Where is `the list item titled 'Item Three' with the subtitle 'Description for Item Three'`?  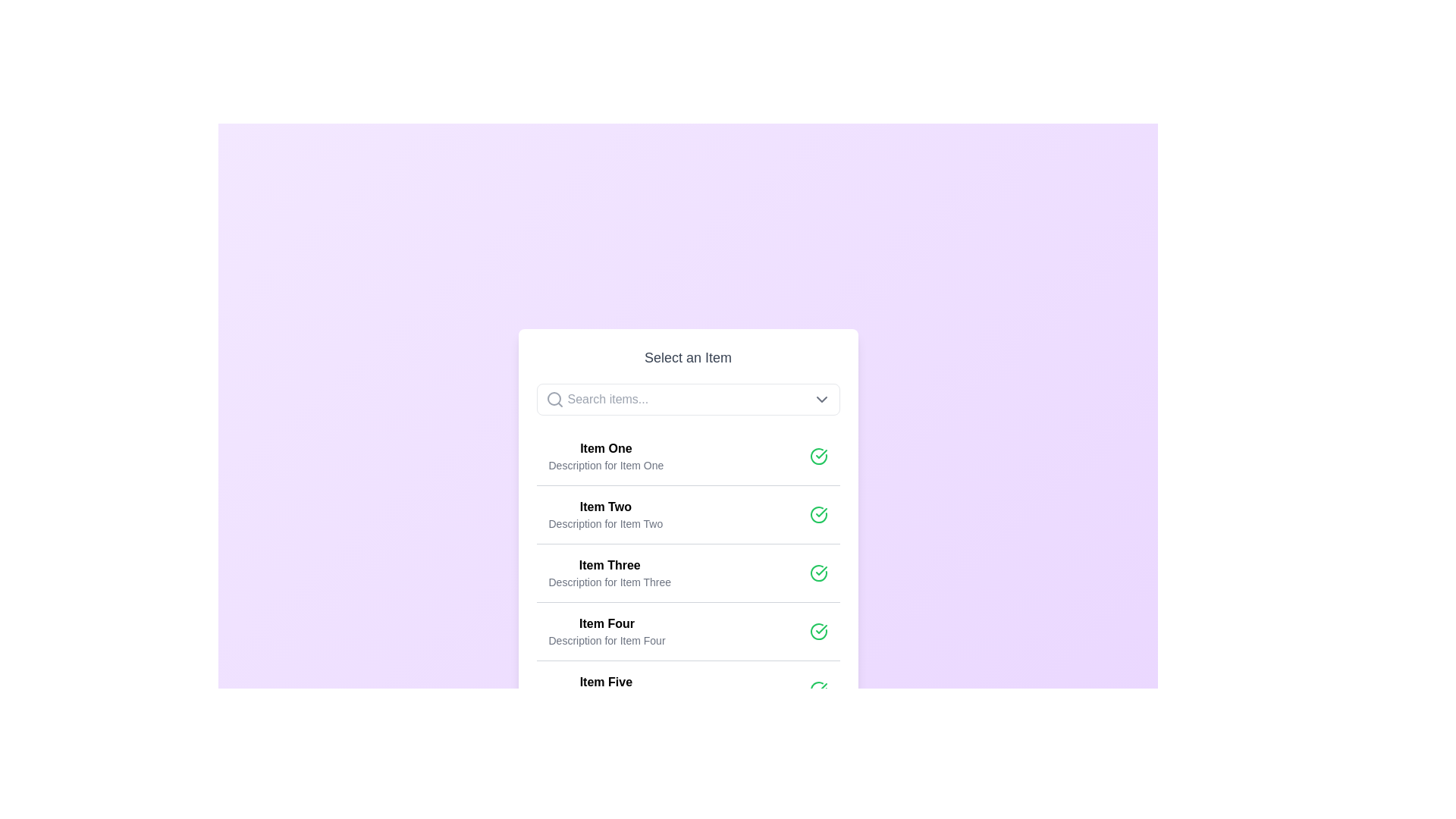
the list item titled 'Item Three' with the subtitle 'Description for Item Three' is located at coordinates (687, 573).